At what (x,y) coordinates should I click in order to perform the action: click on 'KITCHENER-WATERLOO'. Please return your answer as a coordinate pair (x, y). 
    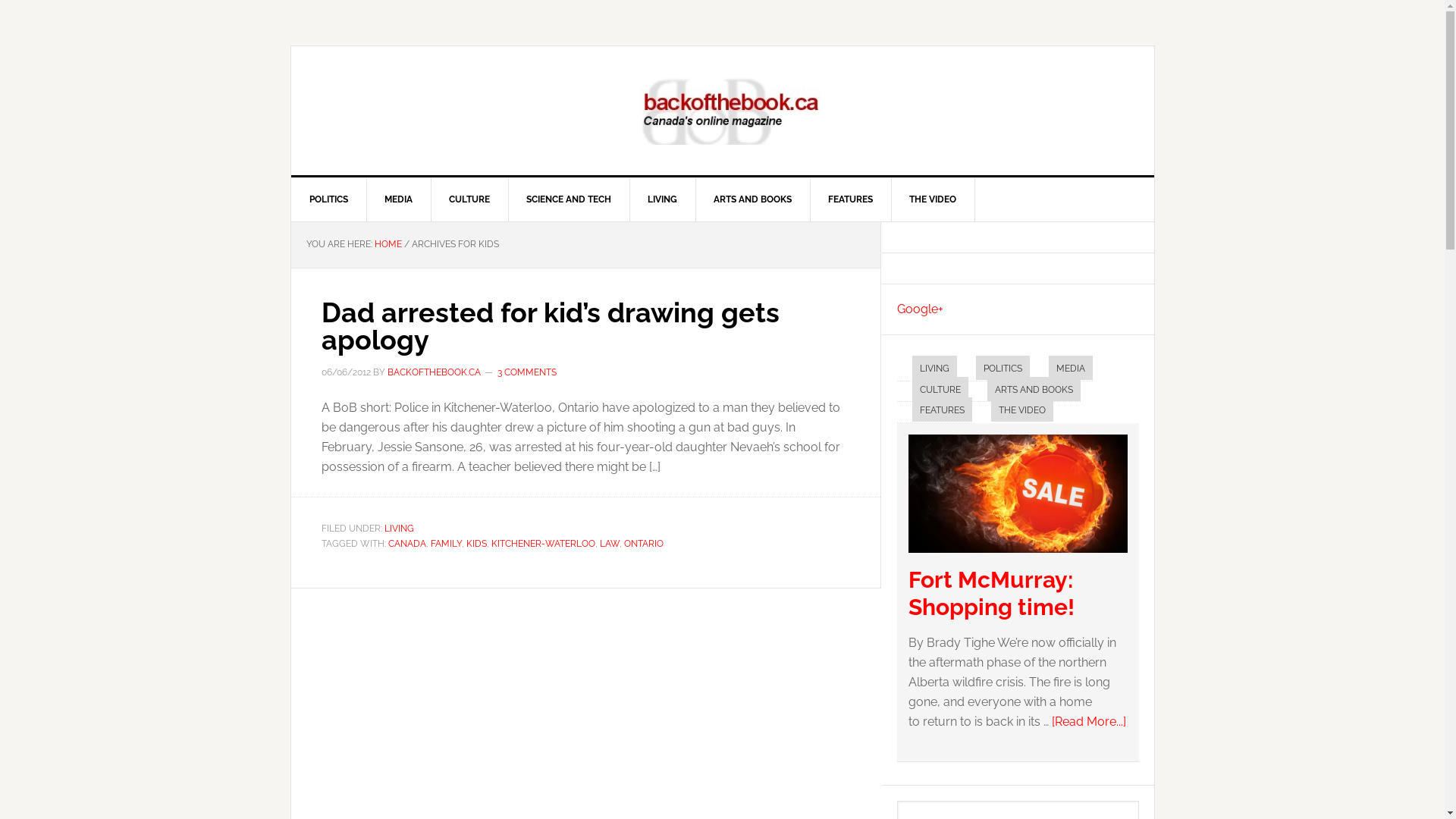
    Looking at the image, I should click on (543, 543).